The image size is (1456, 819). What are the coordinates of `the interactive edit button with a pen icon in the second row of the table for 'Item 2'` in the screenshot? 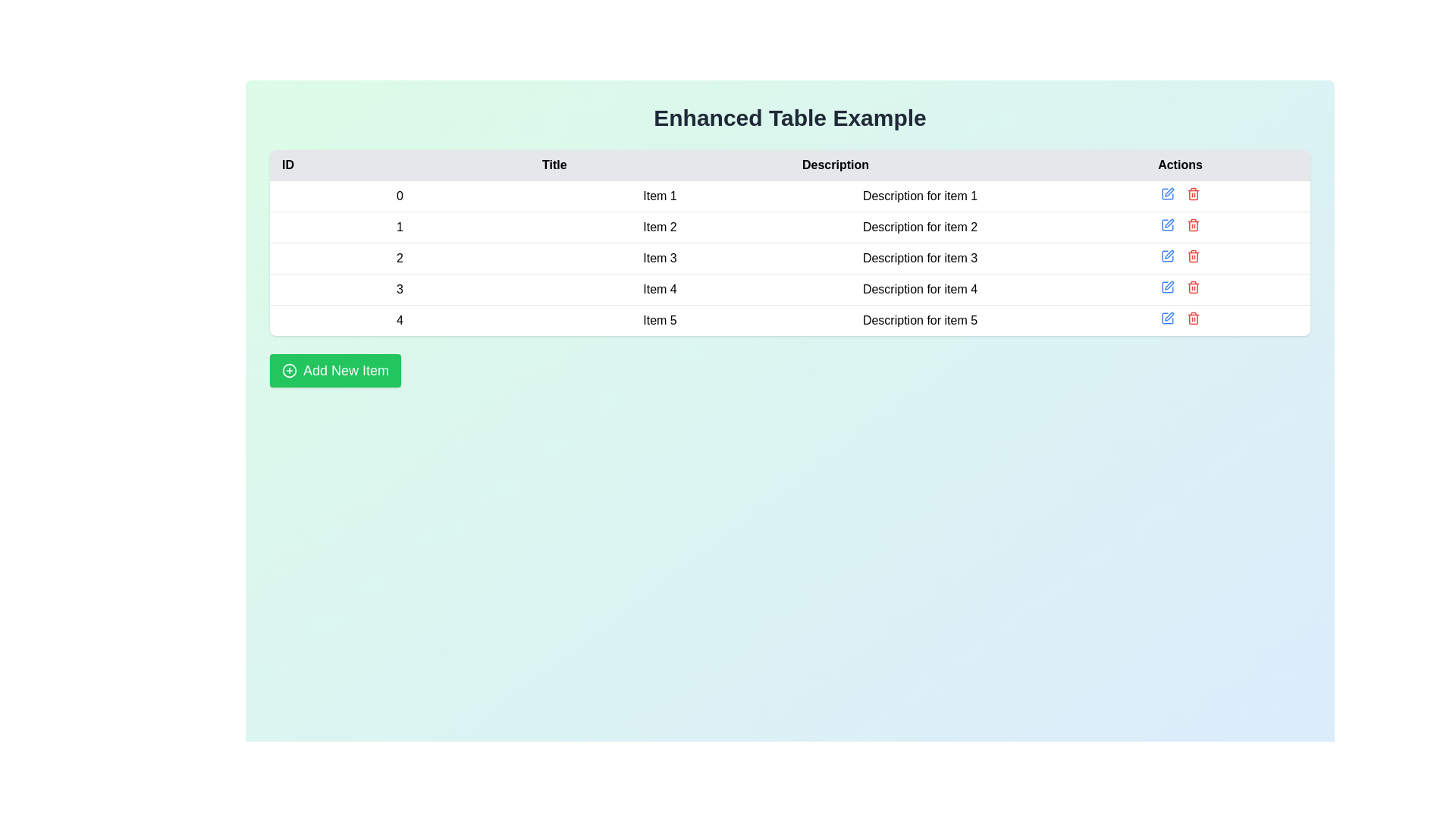 It's located at (1166, 225).